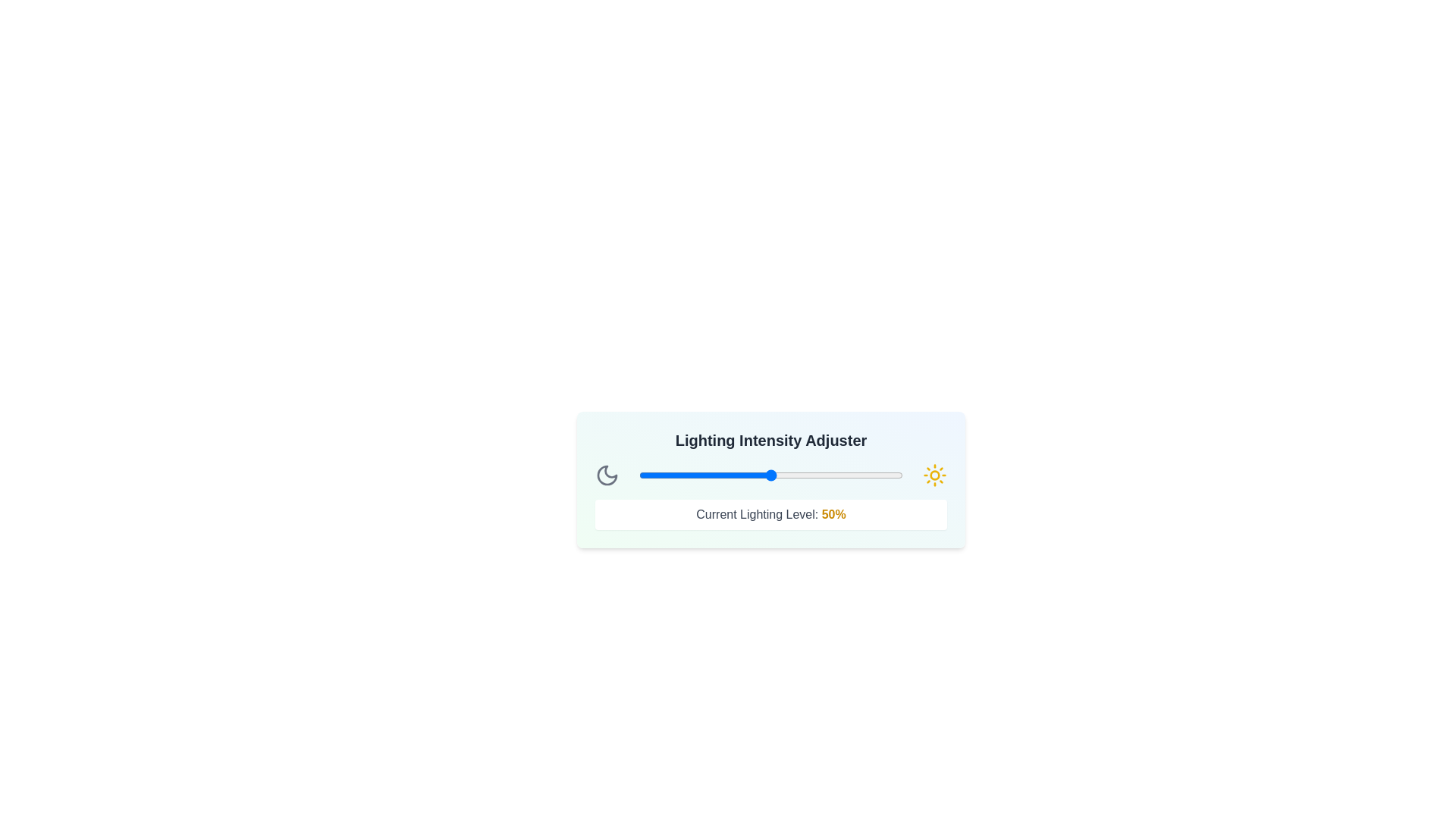 The image size is (1456, 819). What do you see at coordinates (934, 475) in the screenshot?
I see `the sun icon to increase the lighting intensity` at bounding box center [934, 475].